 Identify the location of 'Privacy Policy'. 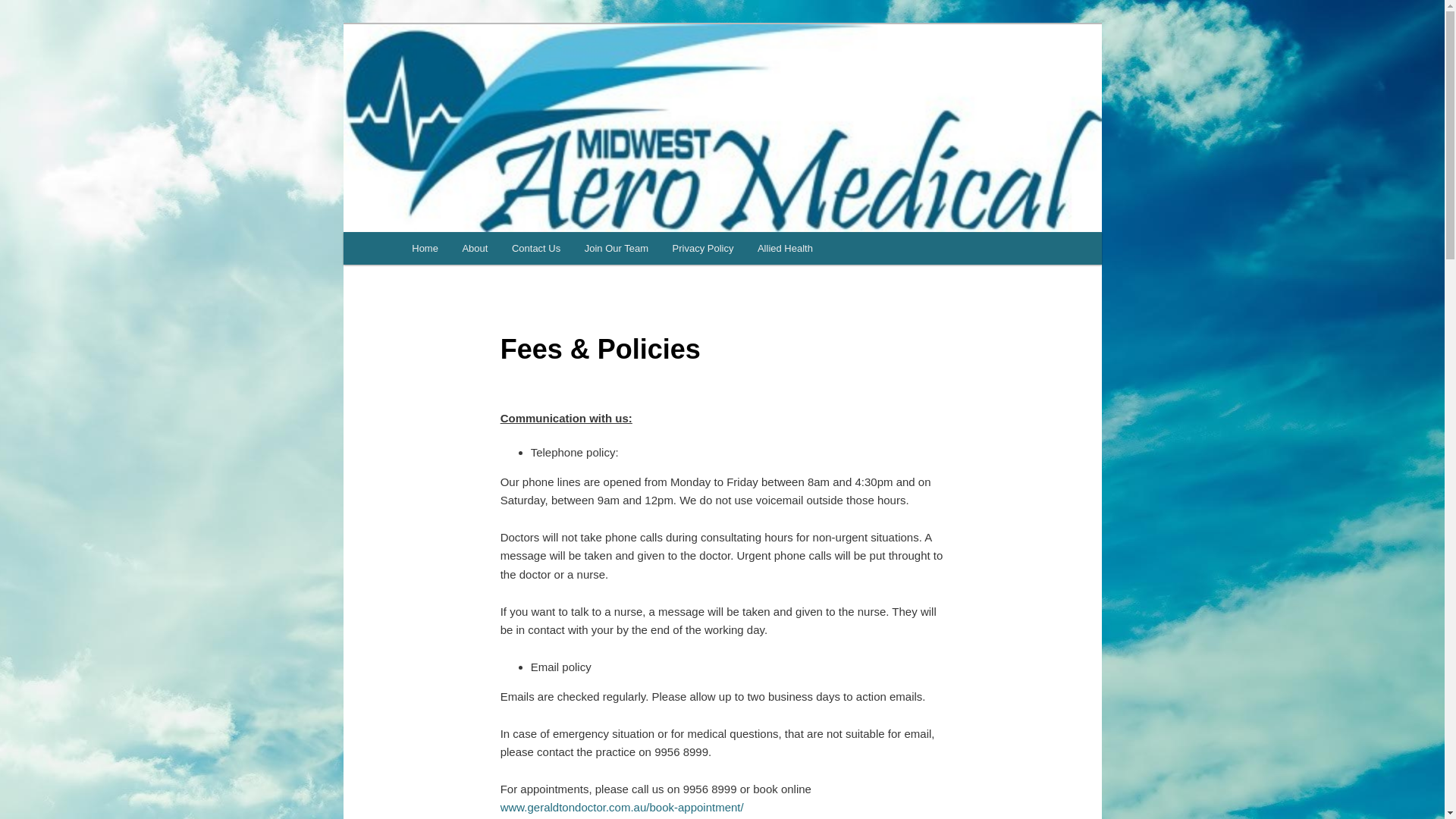
(660, 247).